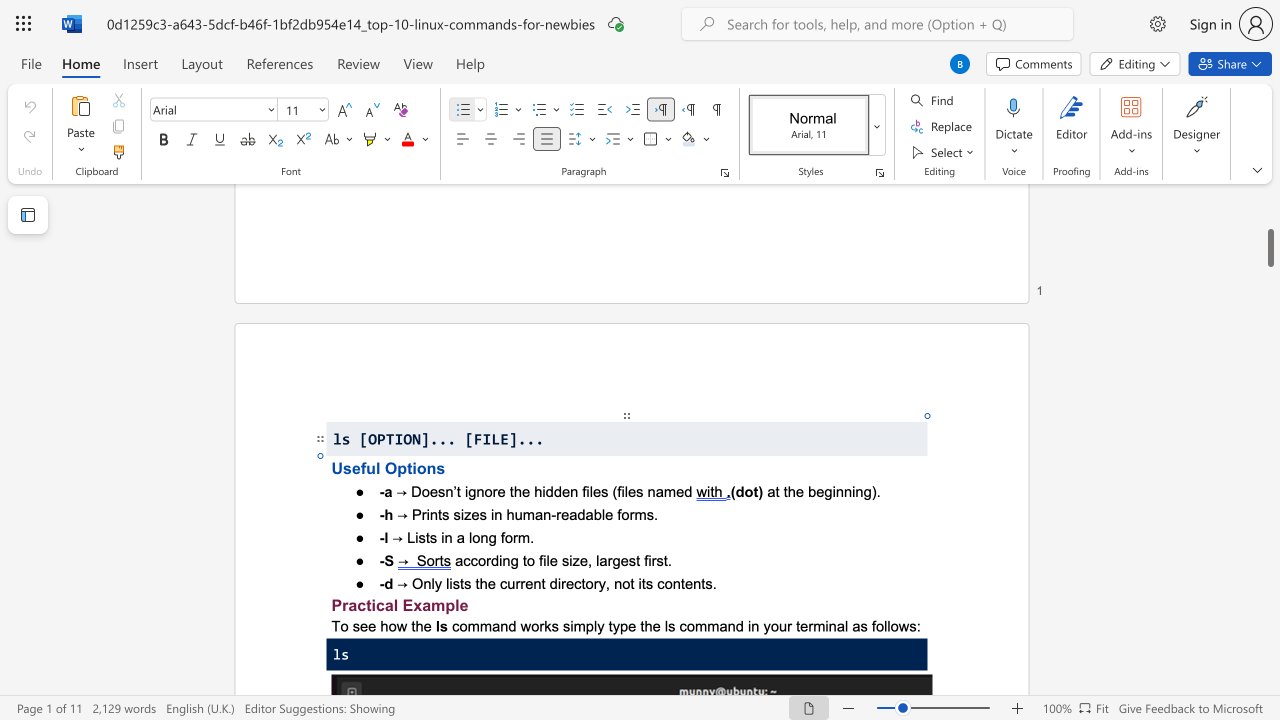 Image resolution: width=1280 pixels, height=720 pixels. Describe the element at coordinates (412, 536) in the screenshot. I see `the space between the continuous character "L" and "i" in the text` at that location.